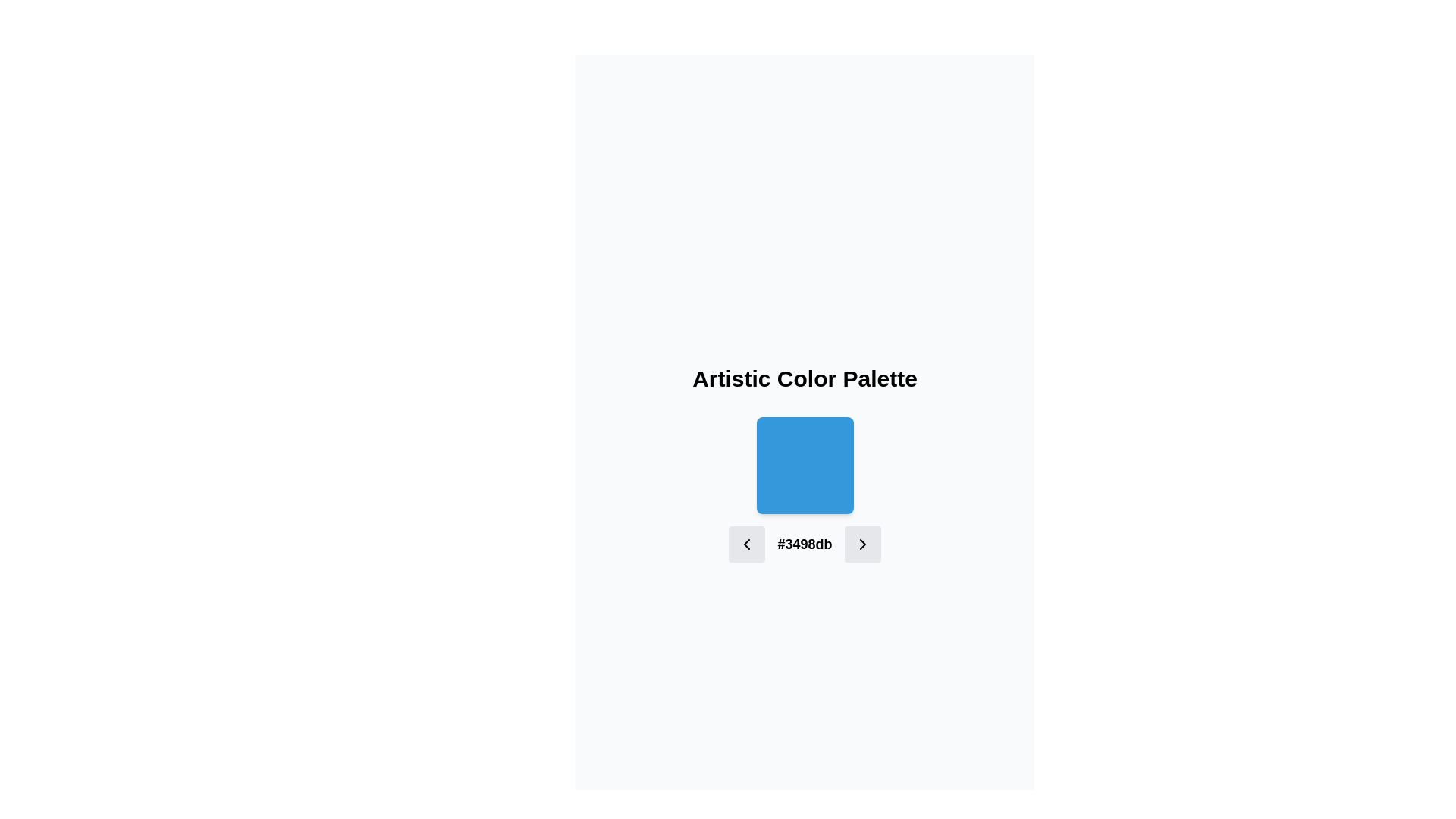 The width and height of the screenshot is (1456, 819). Describe the element at coordinates (804, 543) in the screenshot. I see `the Text Display element styled as a bold black font '#3498db' located centrally below the blue square display and above arrow buttons` at that location.